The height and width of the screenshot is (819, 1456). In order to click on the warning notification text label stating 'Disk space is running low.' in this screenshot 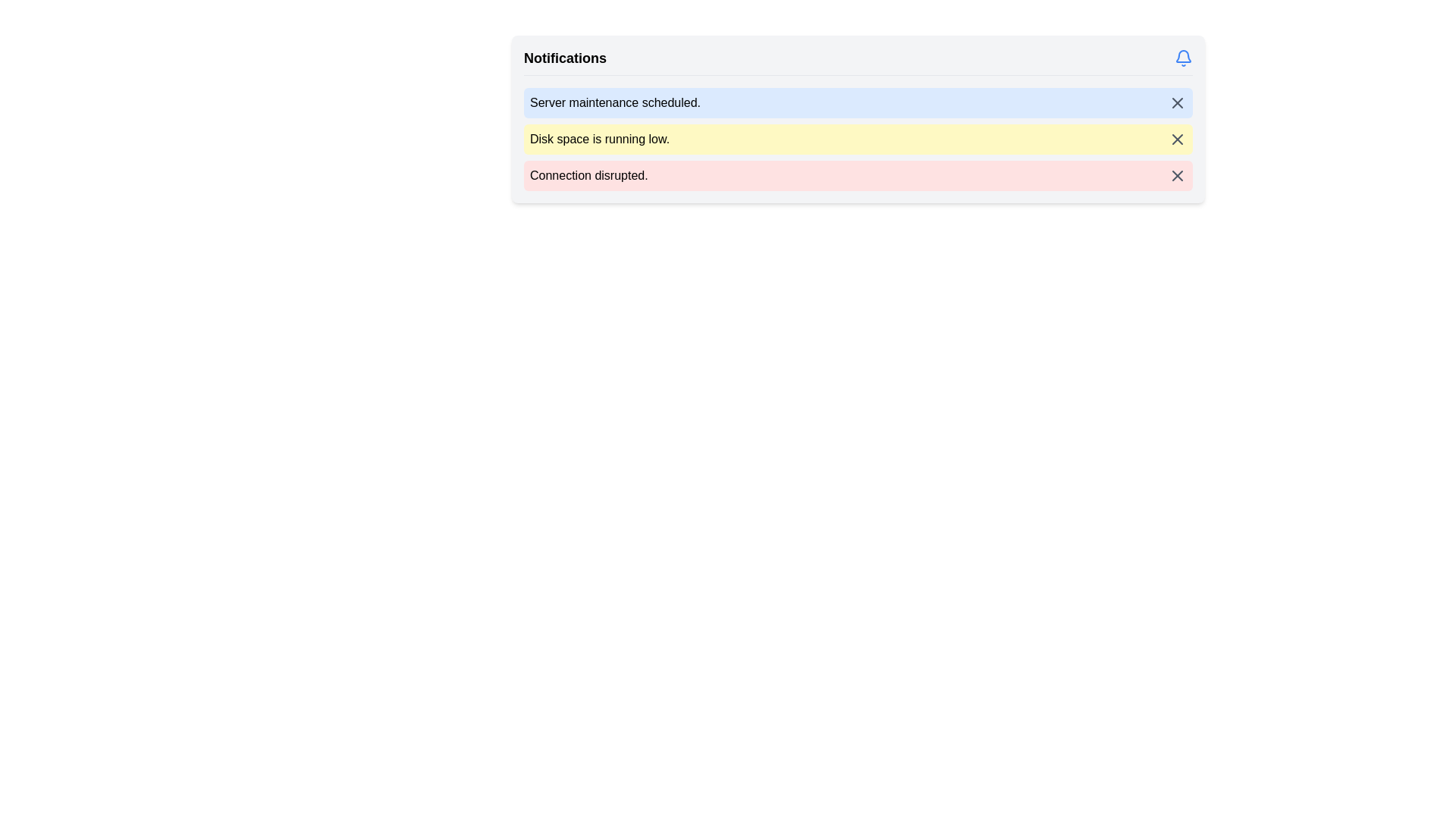, I will do `click(599, 140)`.